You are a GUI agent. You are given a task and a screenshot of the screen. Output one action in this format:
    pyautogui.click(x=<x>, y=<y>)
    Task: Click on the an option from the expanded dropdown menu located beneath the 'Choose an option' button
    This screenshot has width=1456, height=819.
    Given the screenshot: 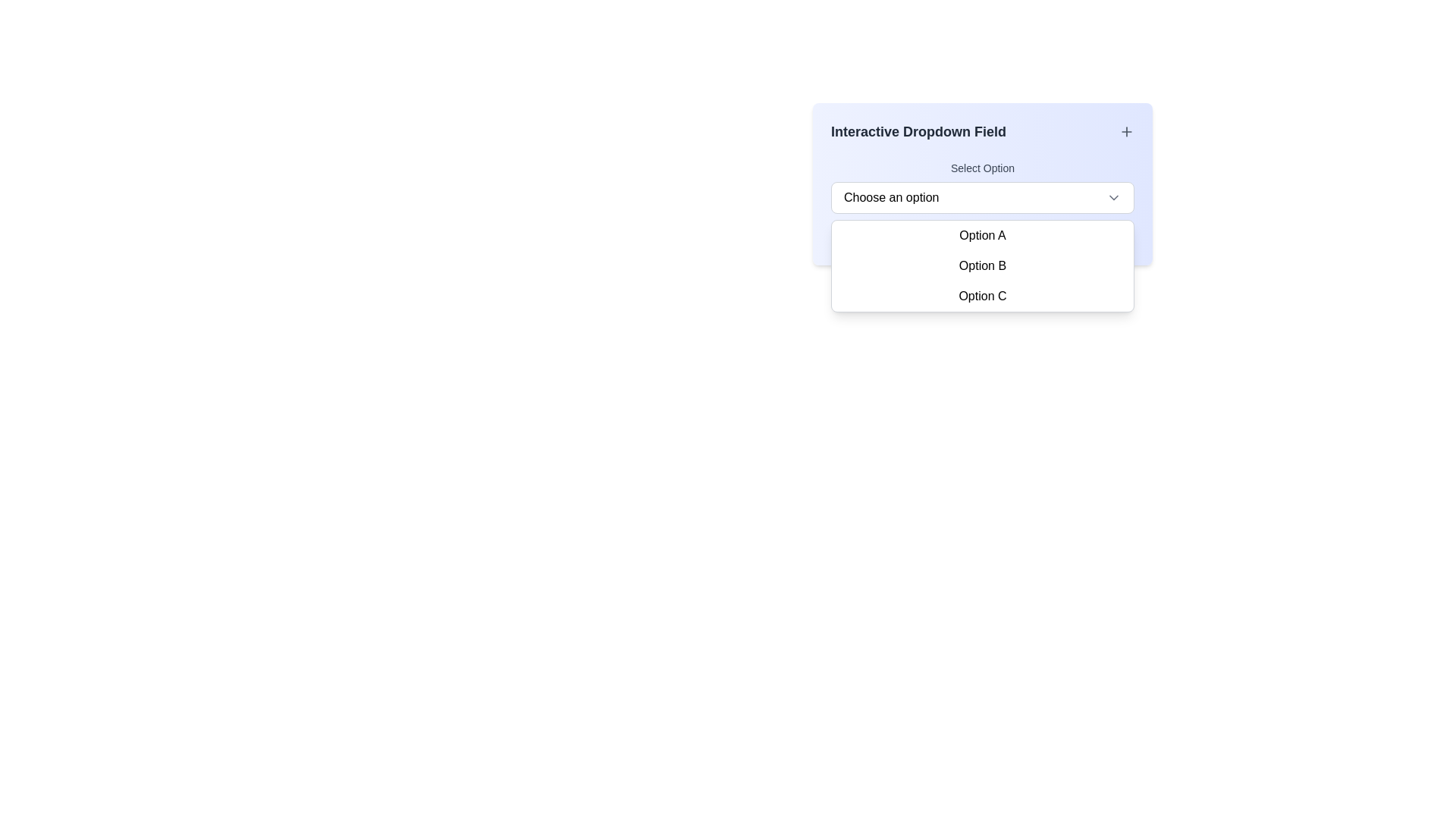 What is the action you would take?
    pyautogui.click(x=983, y=265)
    